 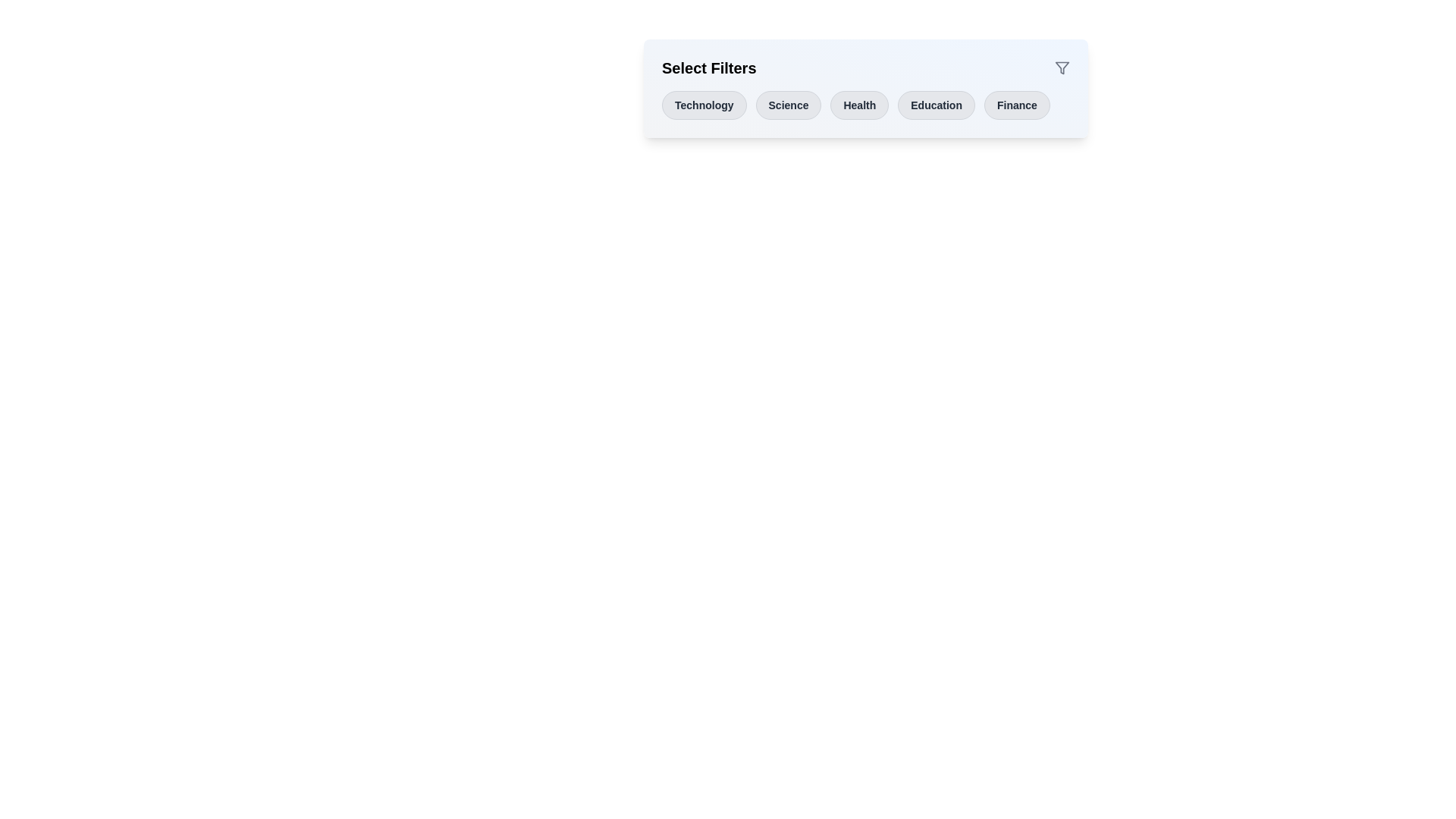 I want to click on the button labeled Finance to observe its hover effect, so click(x=1017, y=104).